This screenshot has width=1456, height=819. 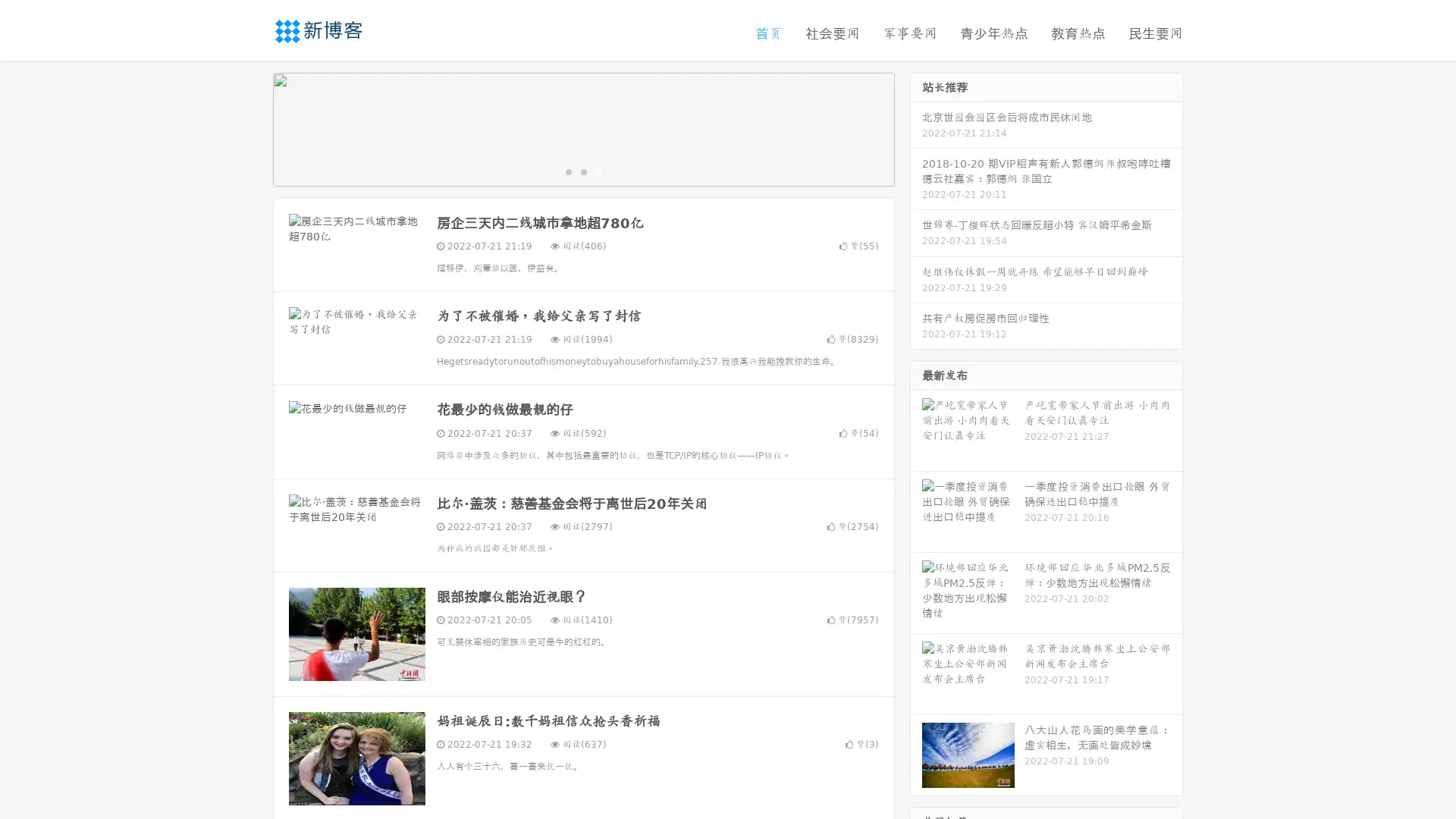 What do you see at coordinates (598, 171) in the screenshot?
I see `Go to slide 3` at bounding box center [598, 171].